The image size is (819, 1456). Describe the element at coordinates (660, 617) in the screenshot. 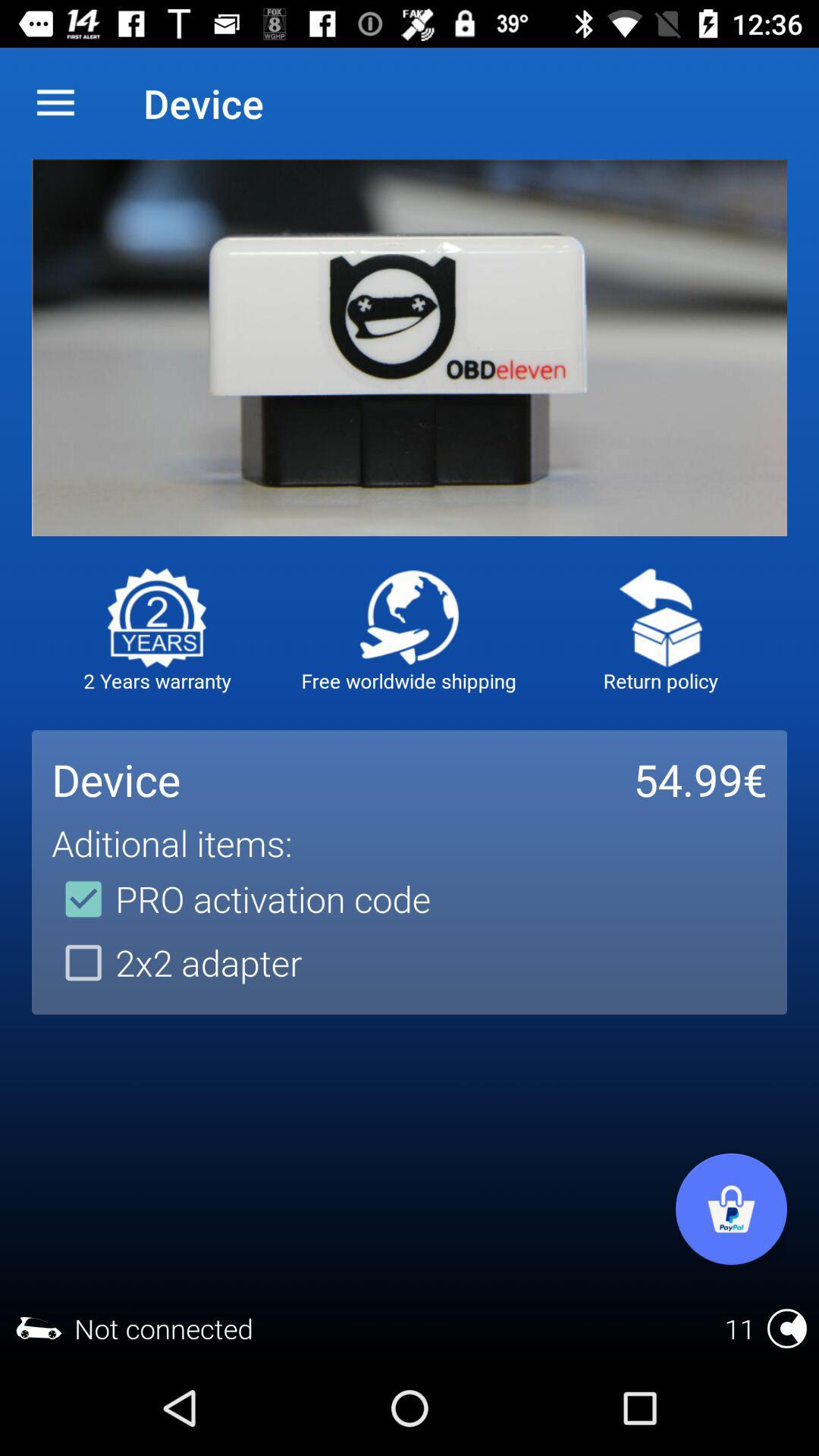

I see `click here to check return policy of the product you are buying` at that location.